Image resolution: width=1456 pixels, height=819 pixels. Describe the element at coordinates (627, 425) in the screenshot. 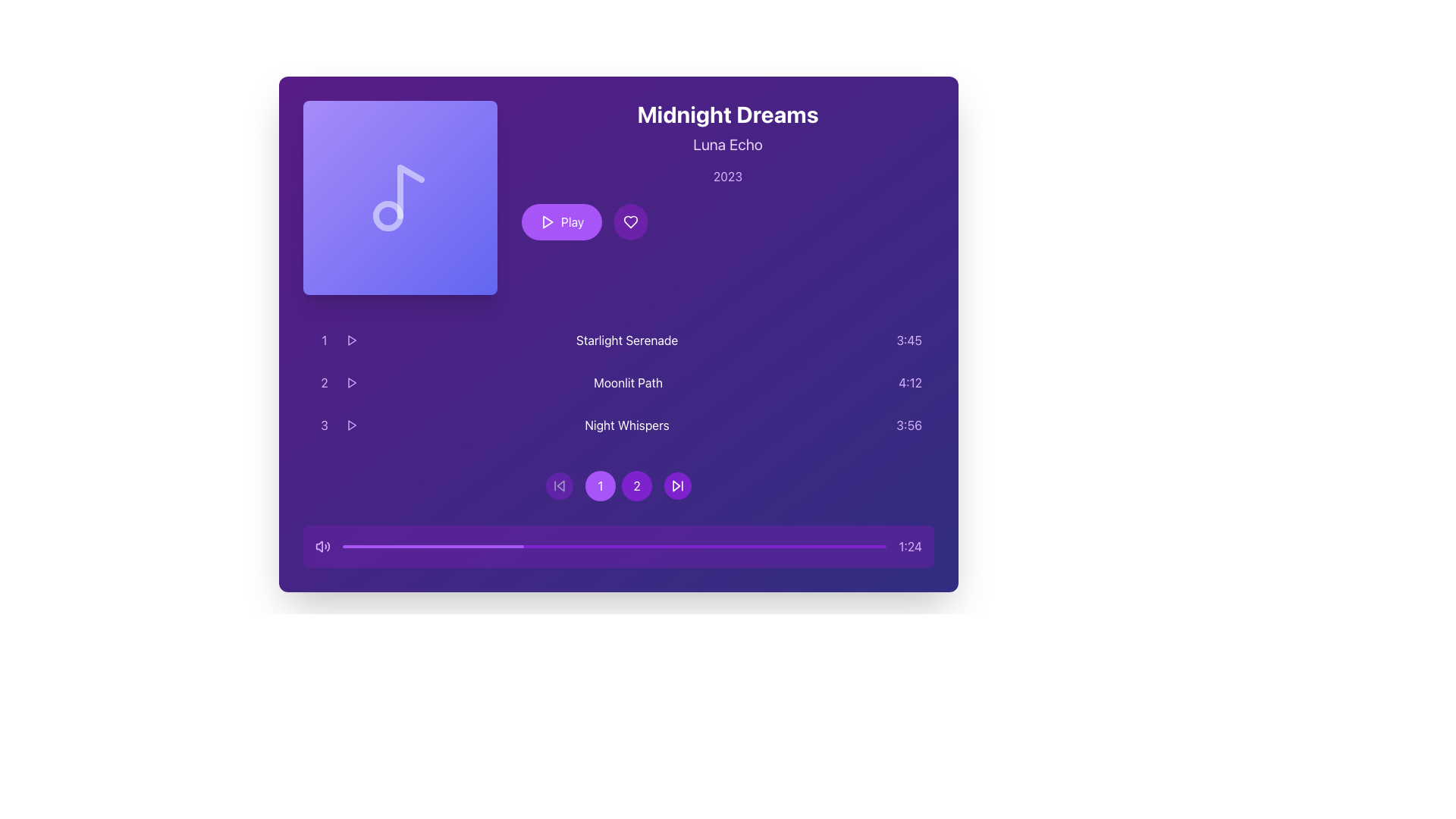

I see `the text label displaying the title 'Night Whispers', which is styled in white text on a purple background, located in the third row of the song titles list` at that location.